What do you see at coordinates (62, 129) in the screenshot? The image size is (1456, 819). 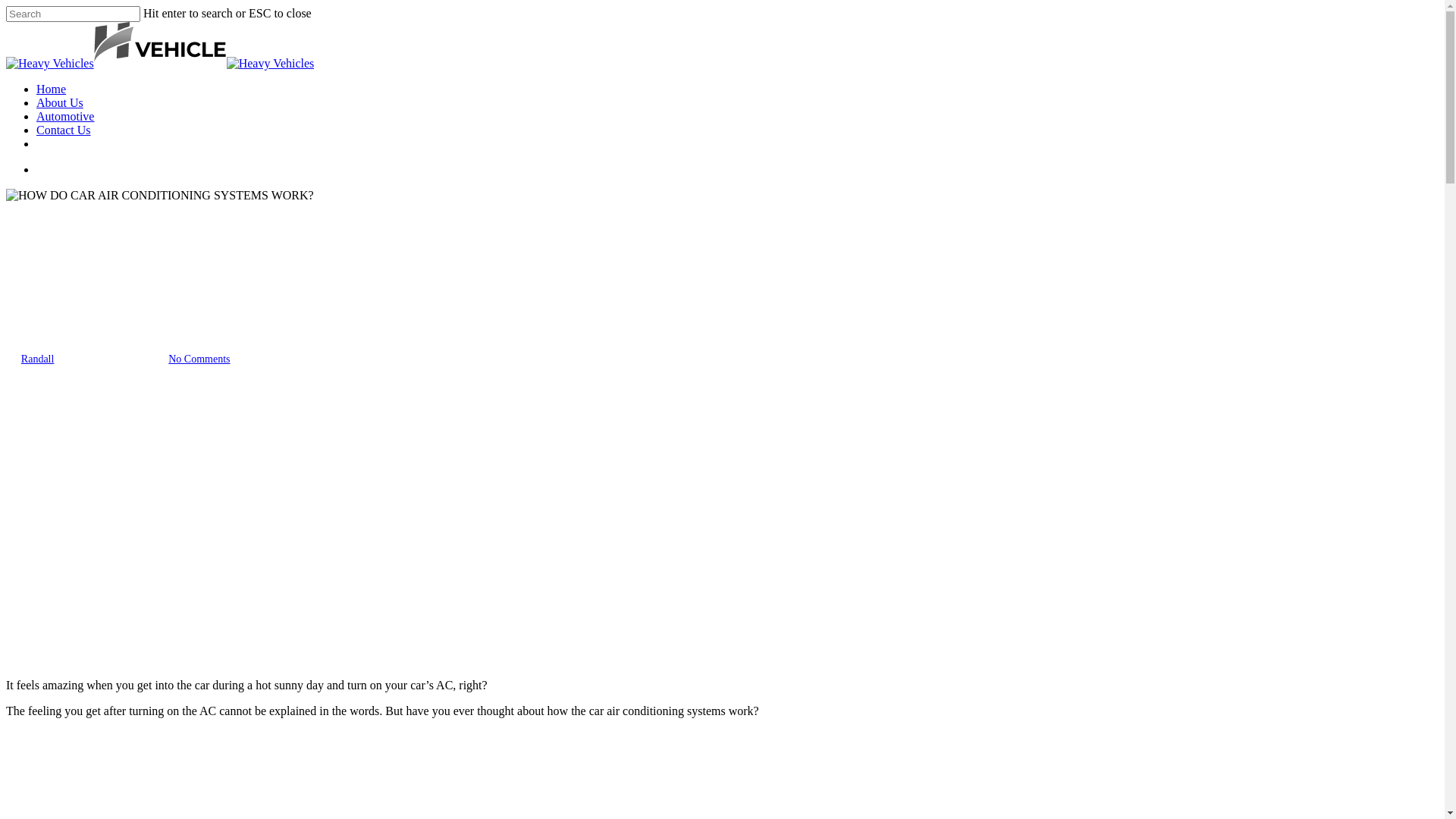 I see `'Contact Us'` at bounding box center [62, 129].